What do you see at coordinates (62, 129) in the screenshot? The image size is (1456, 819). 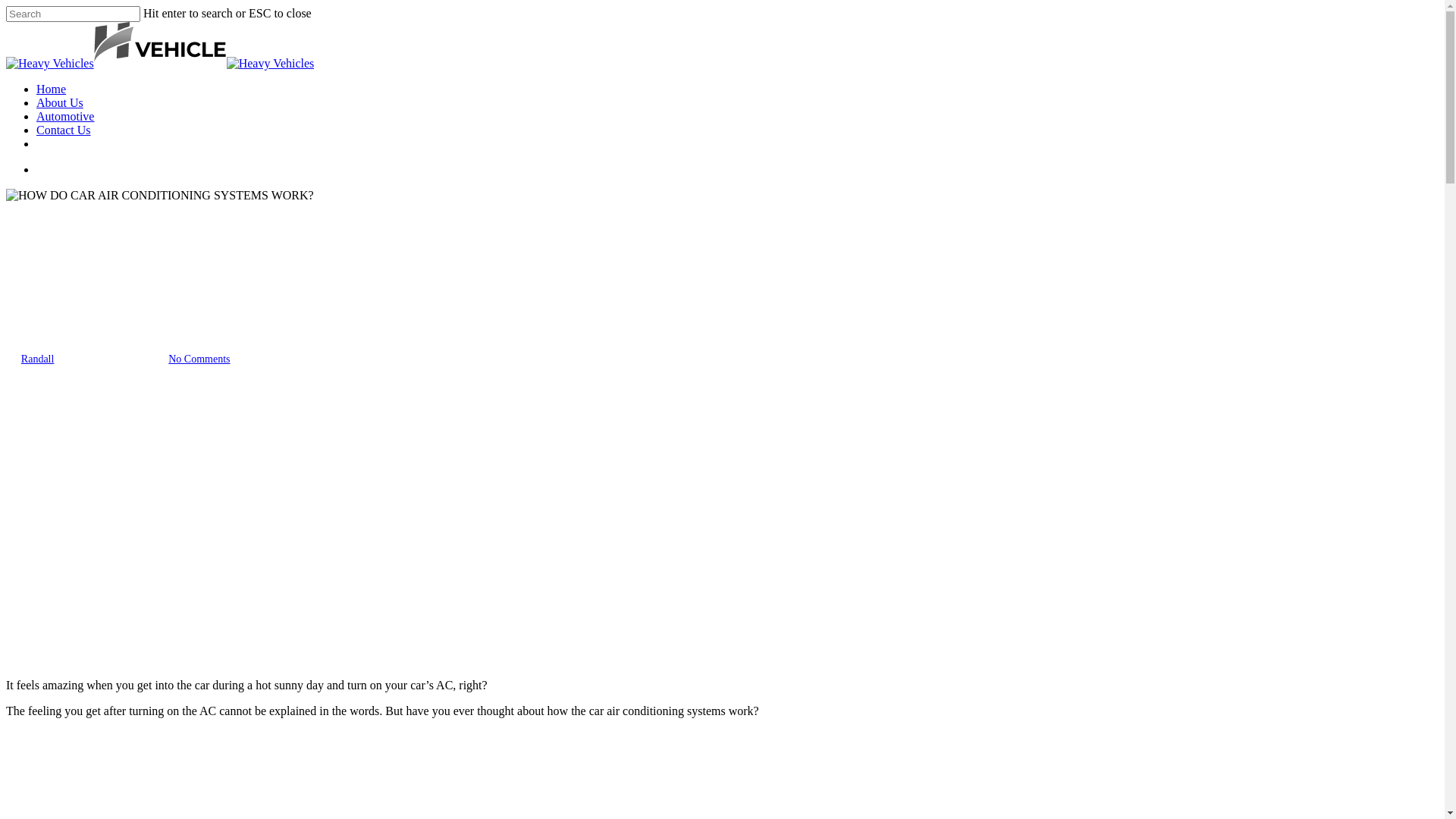 I see `'Contact Us'` at bounding box center [62, 129].